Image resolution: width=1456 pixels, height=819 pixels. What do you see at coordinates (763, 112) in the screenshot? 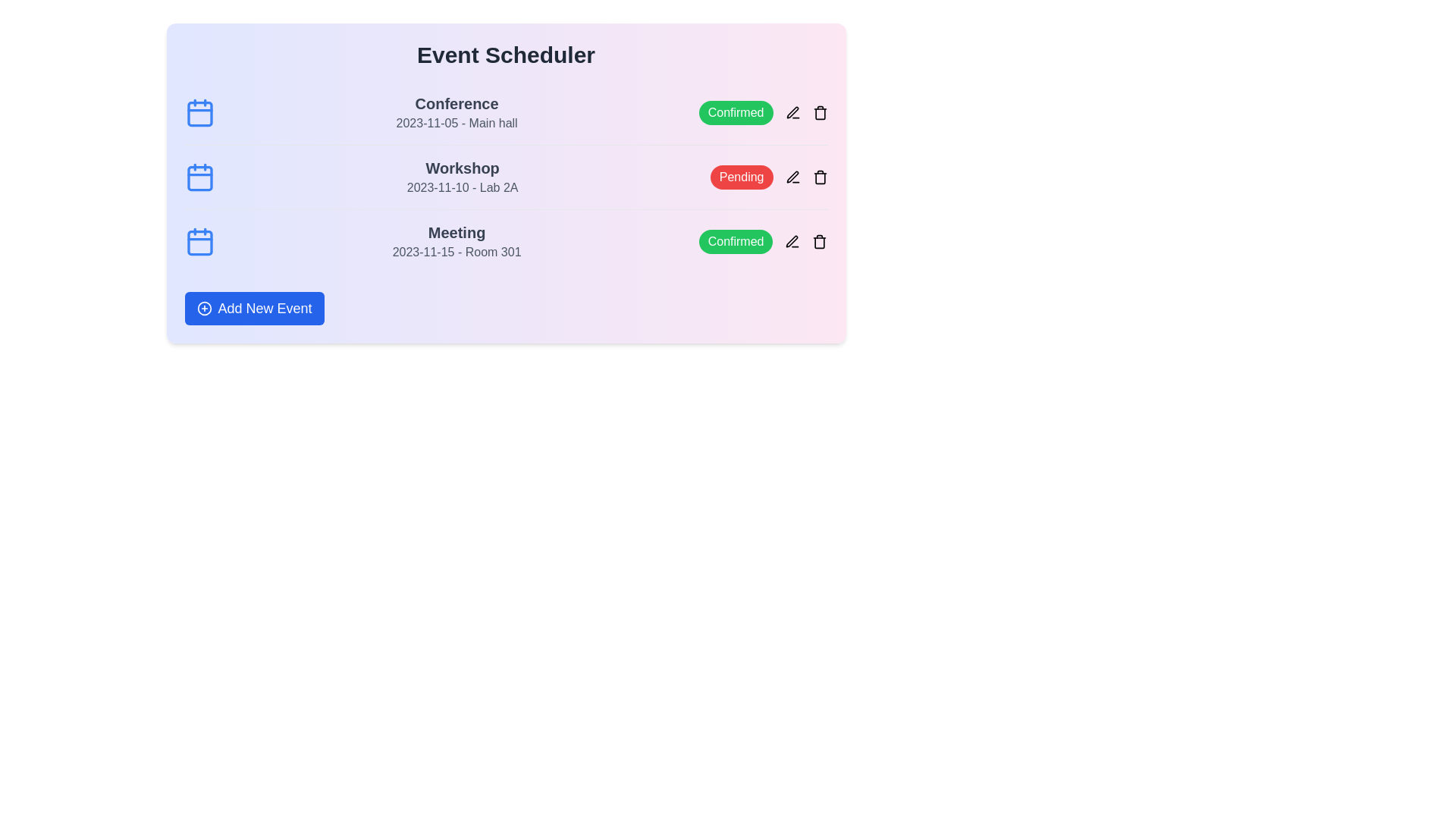
I see `the Status indicator of the 'Conference' event, which visually confirms its status as 'Confirmed'` at bounding box center [763, 112].